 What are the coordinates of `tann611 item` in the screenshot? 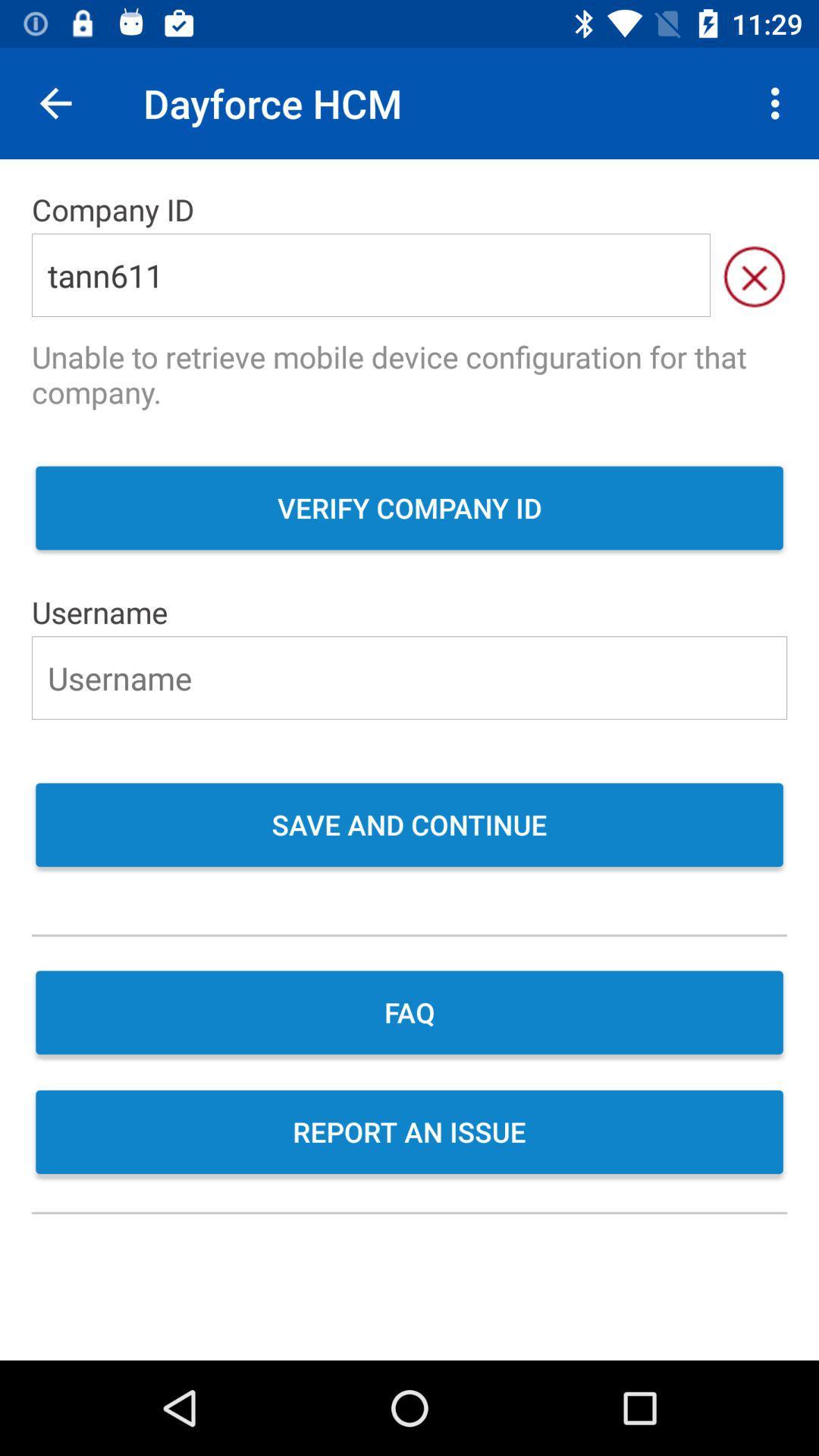 It's located at (371, 275).